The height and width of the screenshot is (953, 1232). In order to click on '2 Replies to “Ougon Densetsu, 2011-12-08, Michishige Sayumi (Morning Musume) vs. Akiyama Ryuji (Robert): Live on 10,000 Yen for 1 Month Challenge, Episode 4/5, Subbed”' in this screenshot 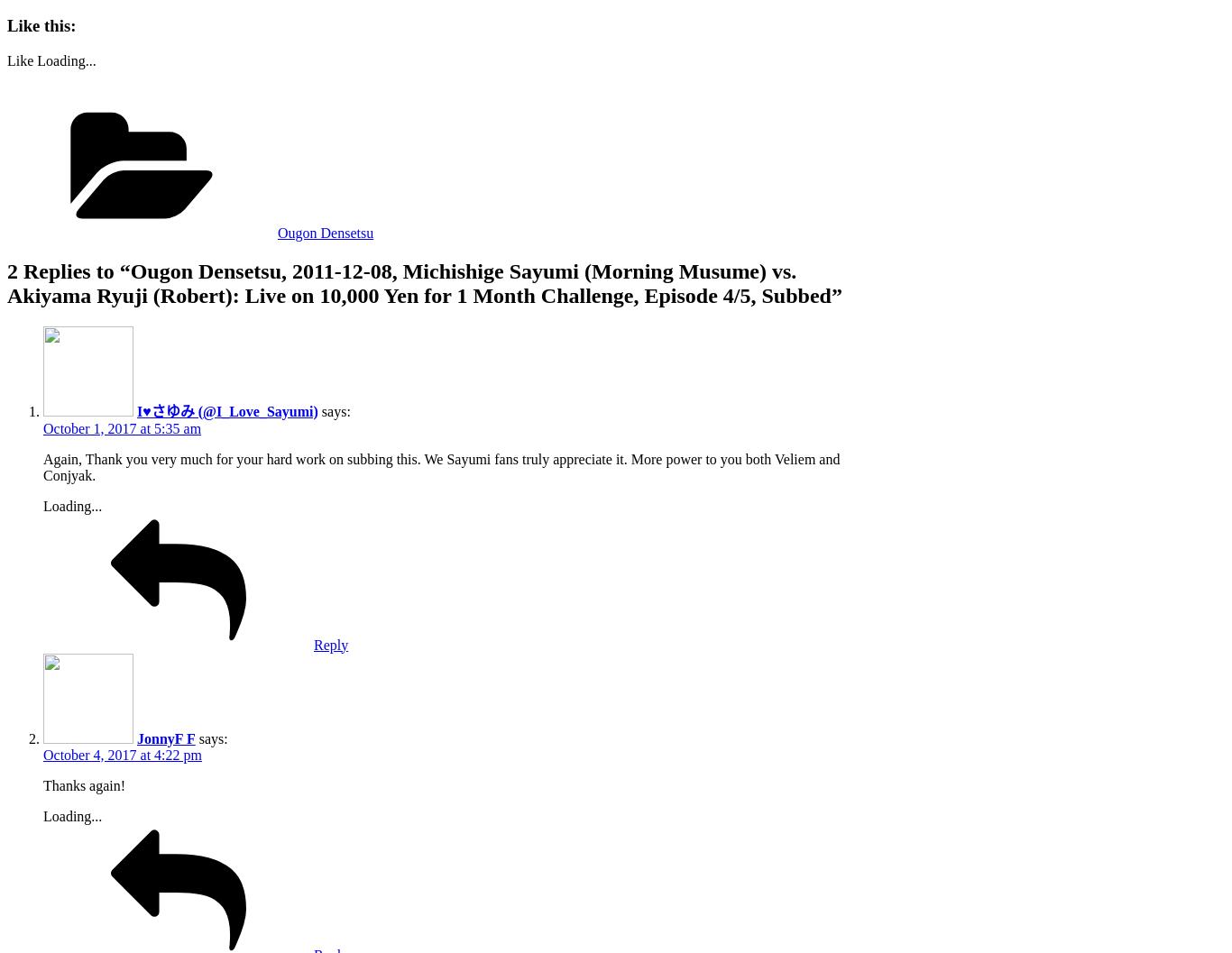, I will do `click(424, 282)`.